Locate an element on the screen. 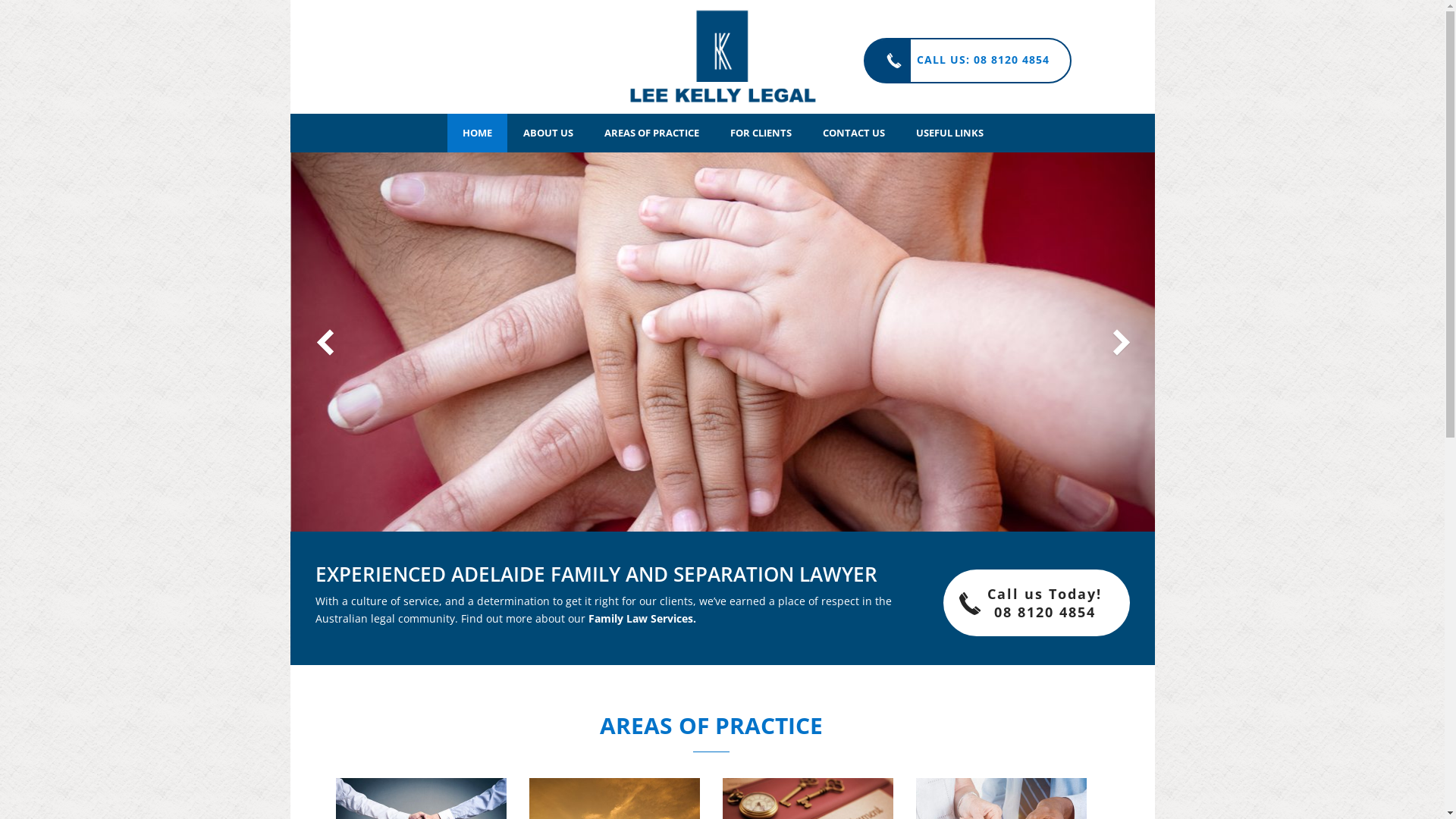 This screenshot has width=1456, height=819. 'CONTACT US' is located at coordinates (852, 132).